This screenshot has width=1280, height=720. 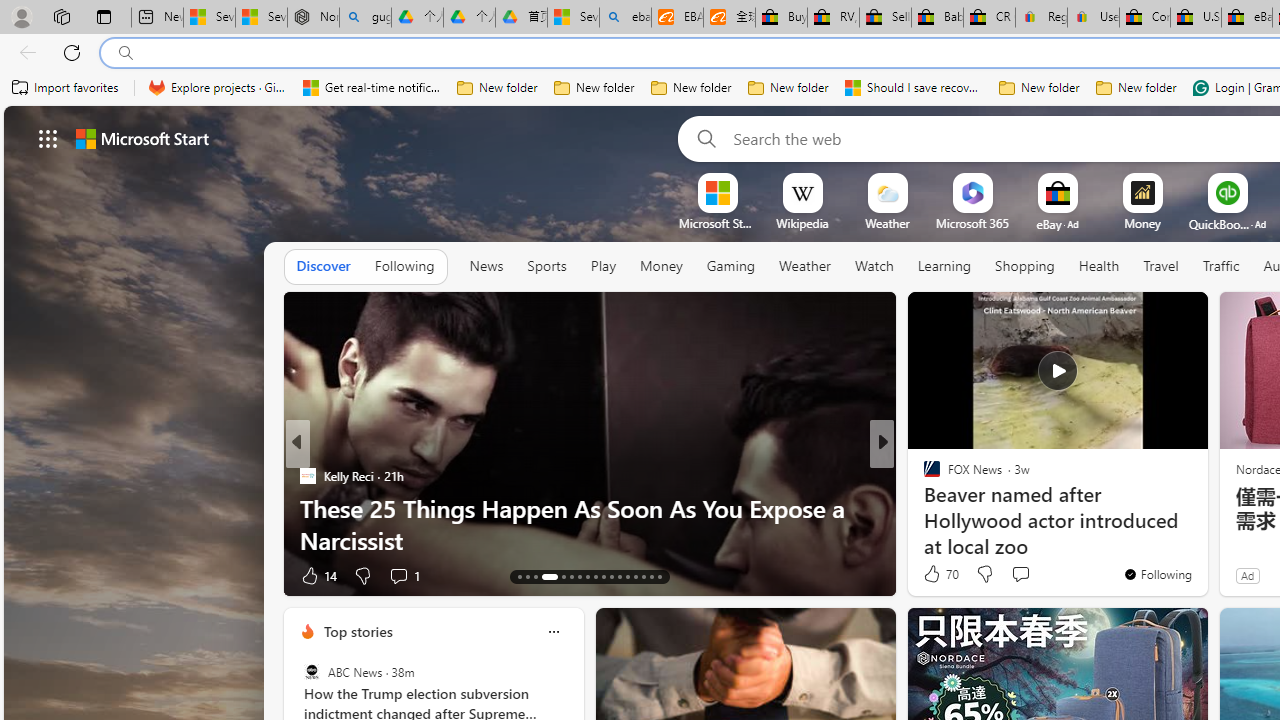 I want to click on 'View comments 167 Comment', so click(x=1025, y=575).